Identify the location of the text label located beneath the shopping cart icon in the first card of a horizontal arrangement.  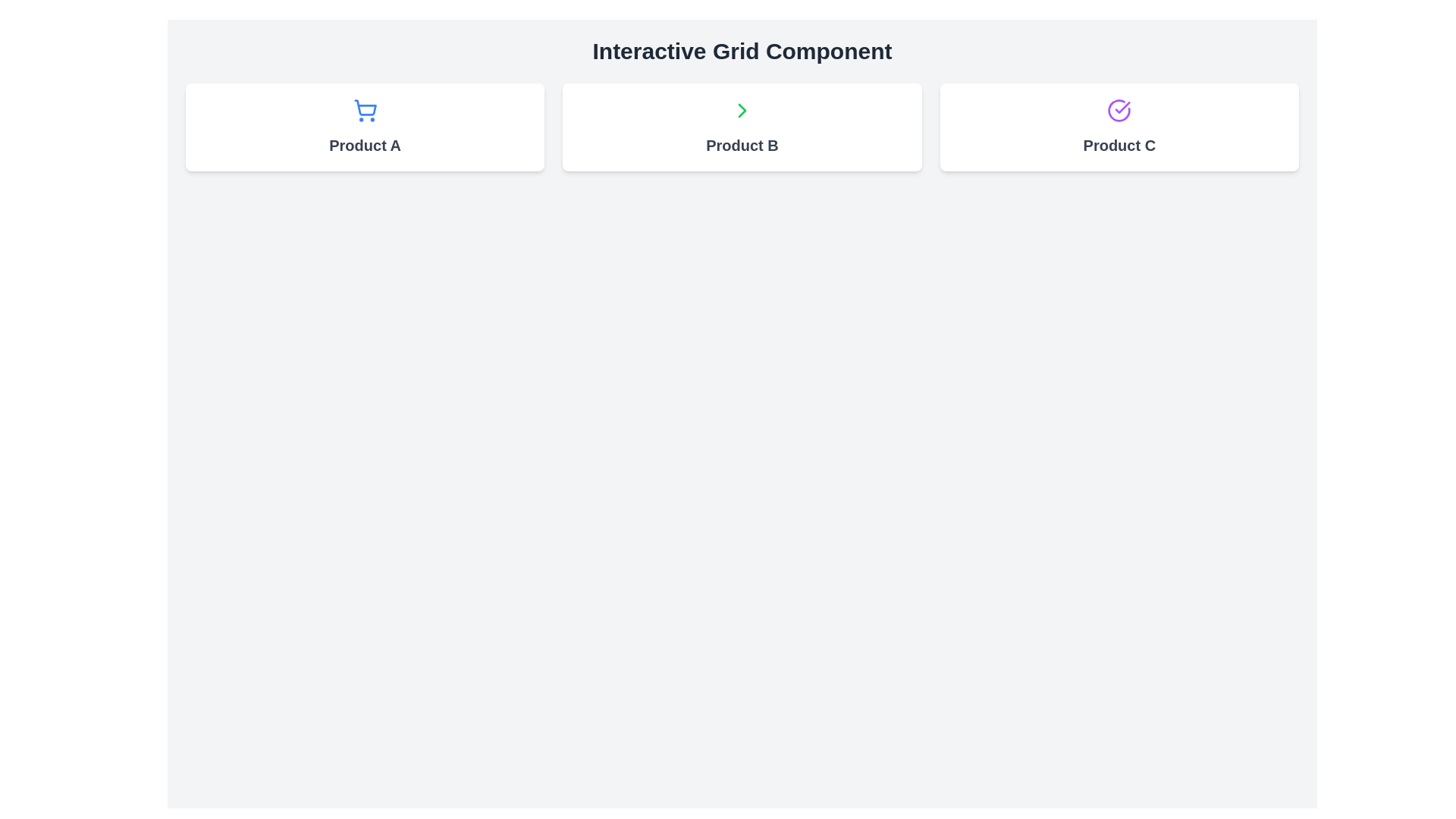
(365, 146).